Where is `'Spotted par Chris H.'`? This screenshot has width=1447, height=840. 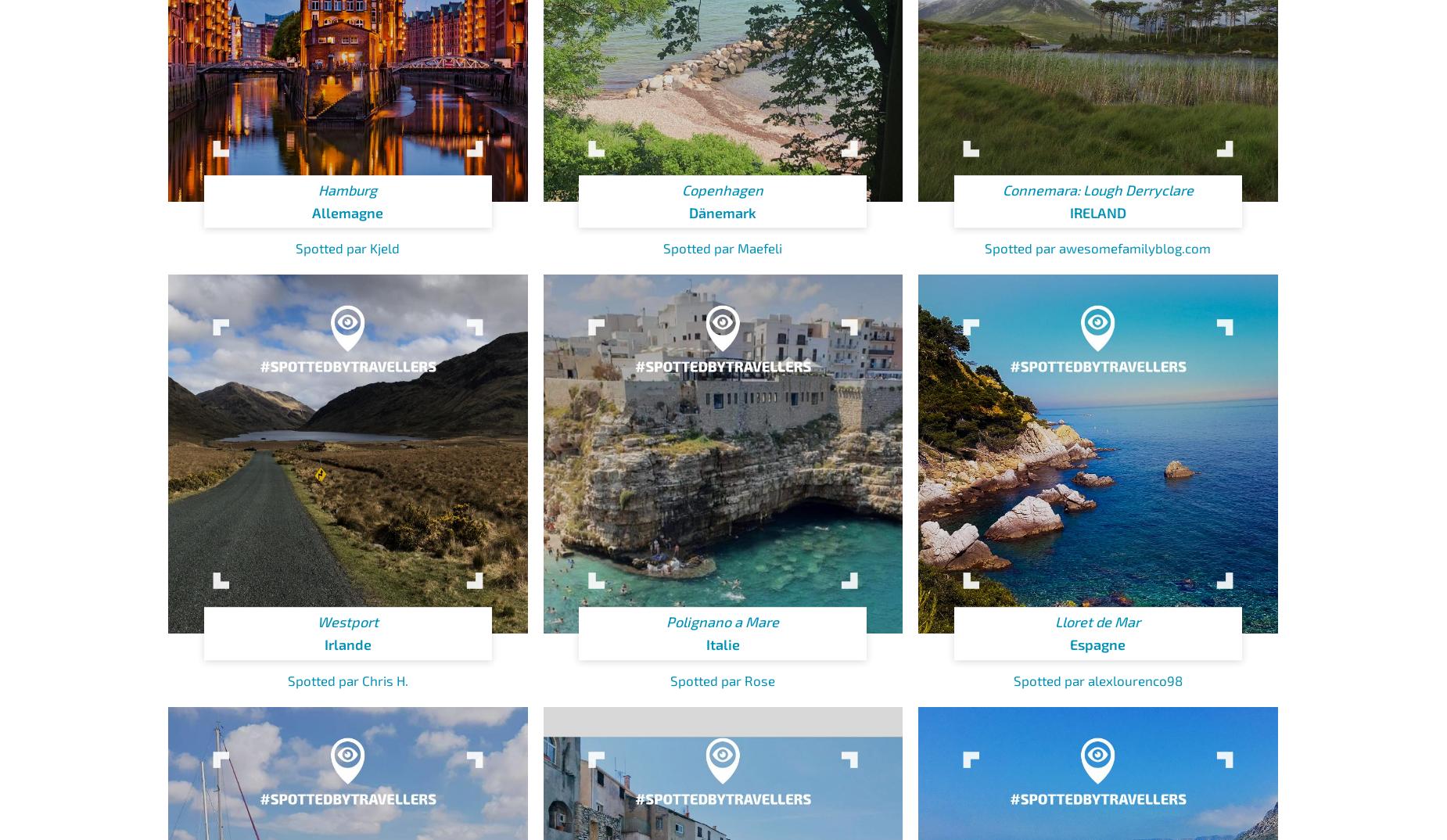
'Spotted par Chris H.' is located at coordinates (346, 680).